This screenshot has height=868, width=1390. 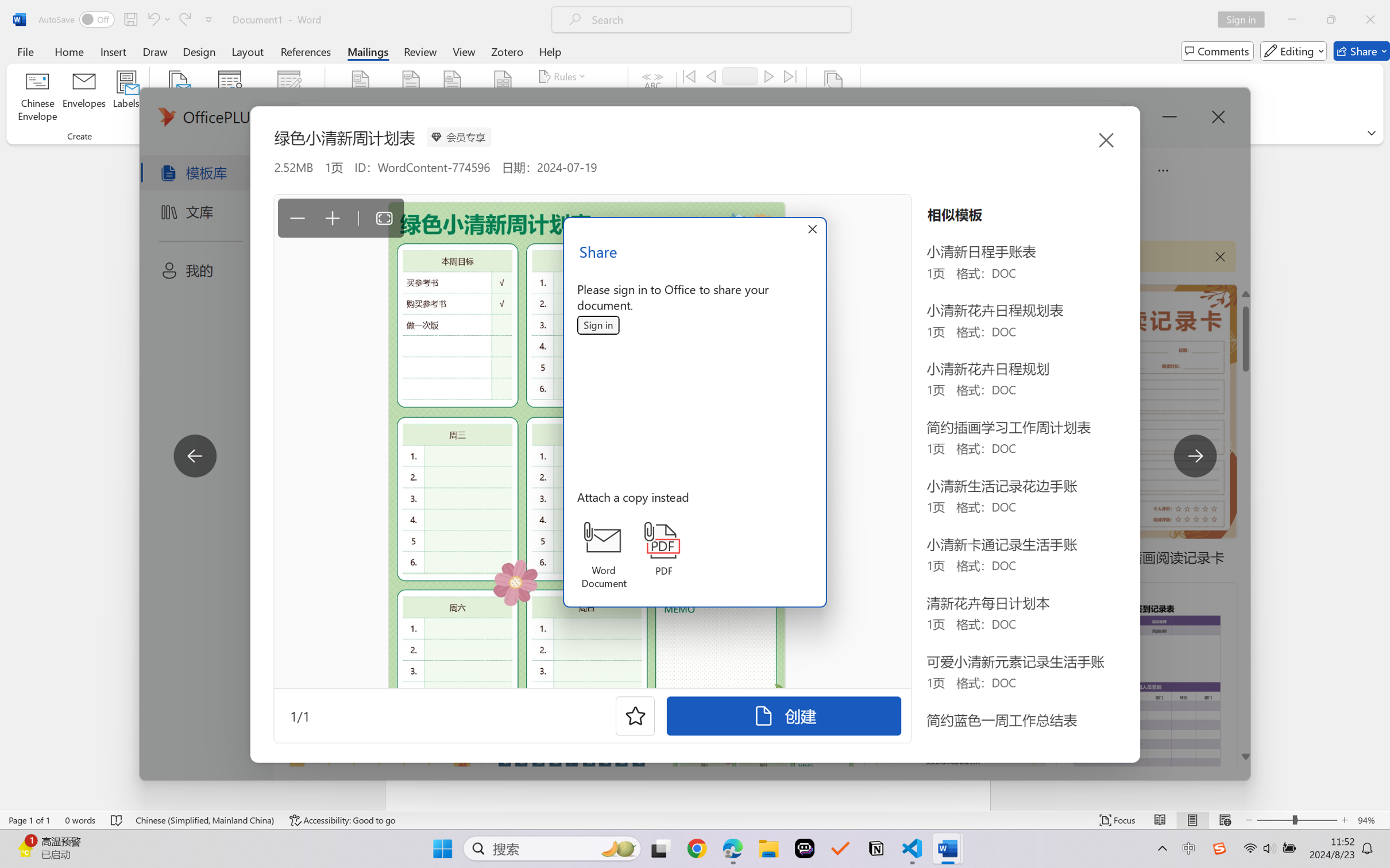 What do you see at coordinates (157, 19) in the screenshot?
I see `'Undo Apply Quick Style Set'` at bounding box center [157, 19].